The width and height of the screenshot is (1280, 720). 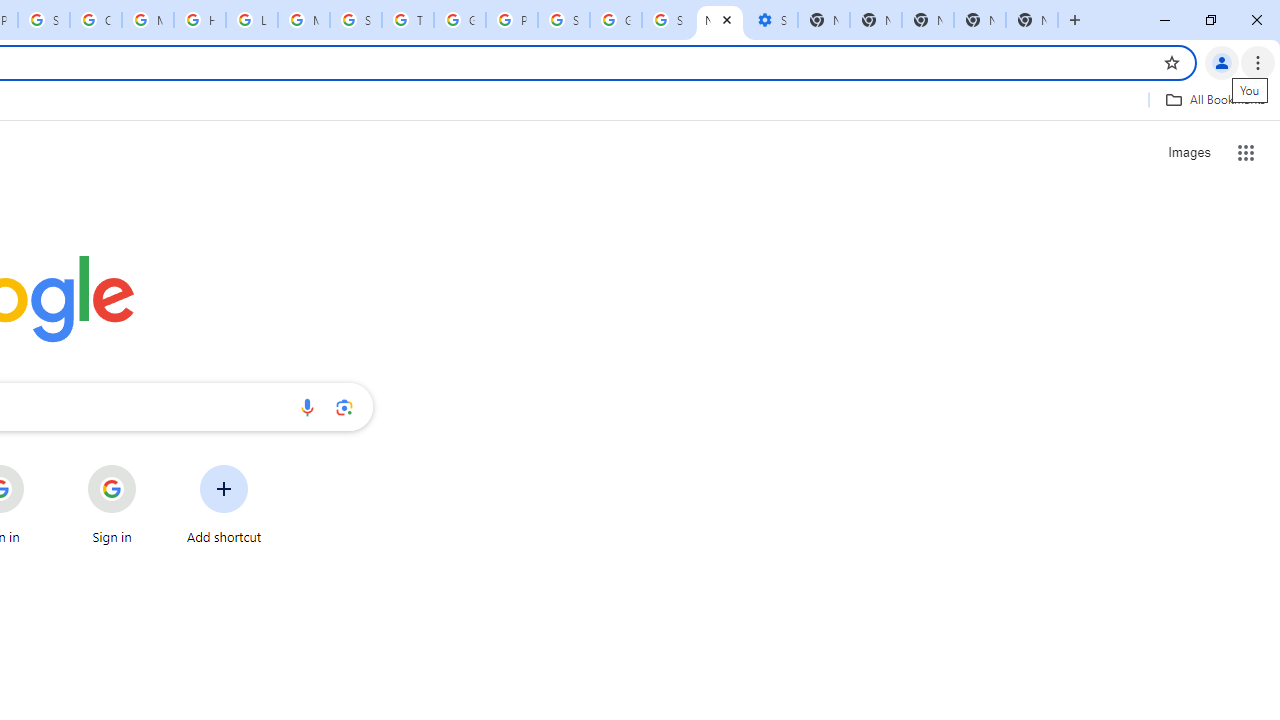 What do you see at coordinates (770, 20) in the screenshot?
I see `'Settings - Performance'` at bounding box center [770, 20].